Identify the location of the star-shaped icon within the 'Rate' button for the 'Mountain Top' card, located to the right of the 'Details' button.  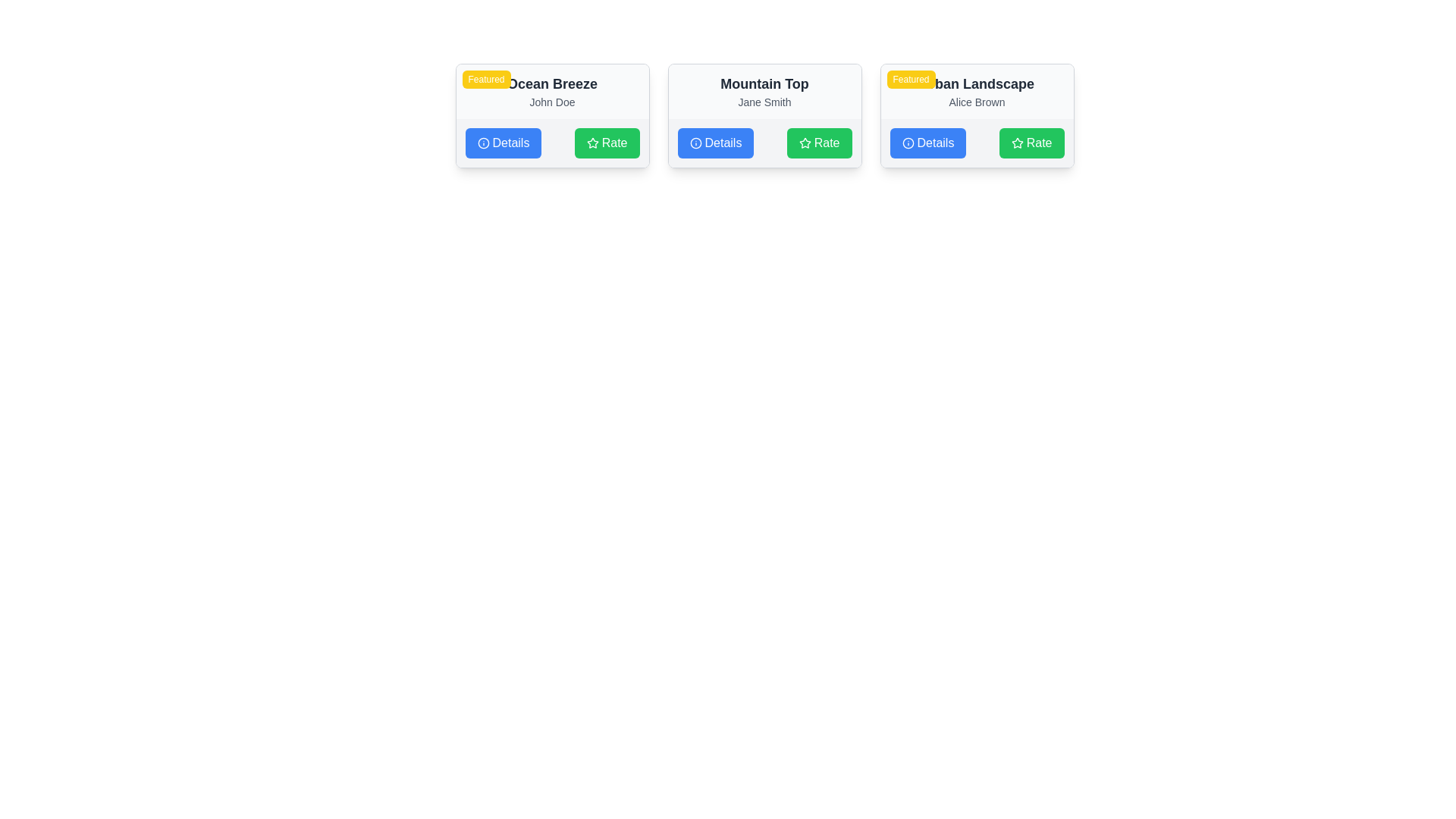
(804, 143).